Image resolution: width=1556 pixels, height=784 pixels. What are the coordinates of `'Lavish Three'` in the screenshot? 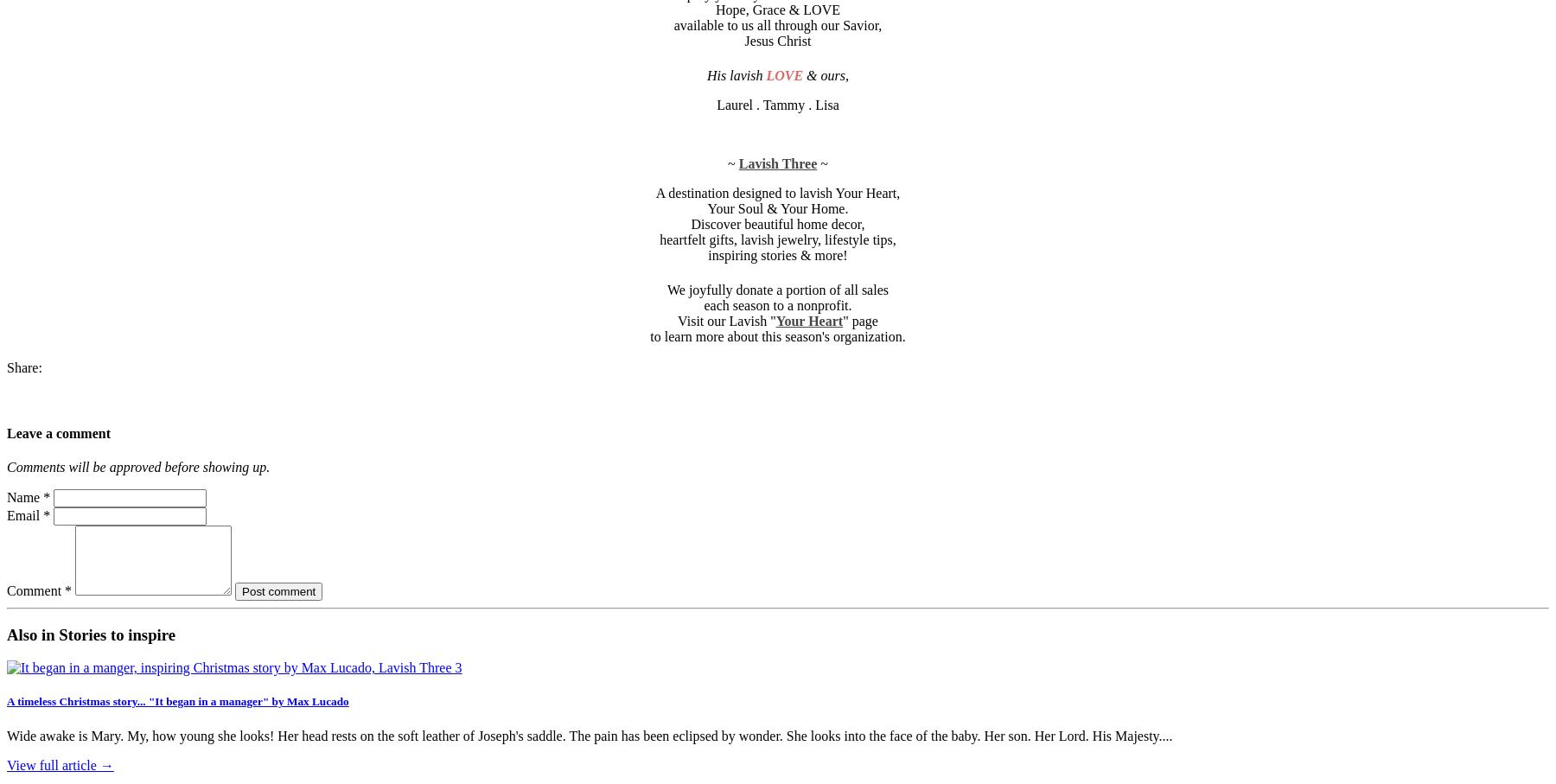 It's located at (737, 163).